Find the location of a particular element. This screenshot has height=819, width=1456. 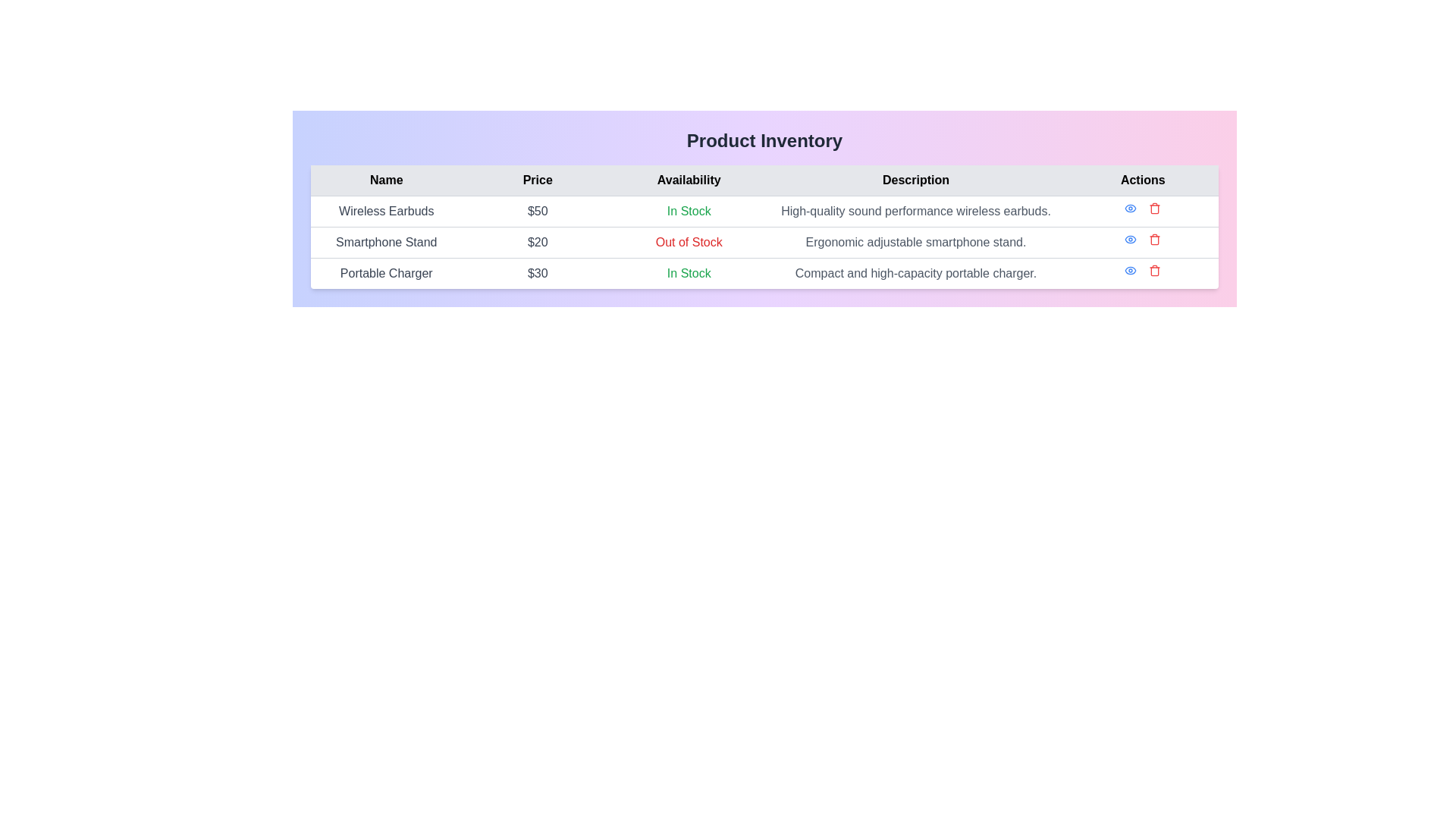

the delete button represented by a red trash icon in the 'Actions' column of the last row for 'Portable Charger' is located at coordinates (1154, 270).